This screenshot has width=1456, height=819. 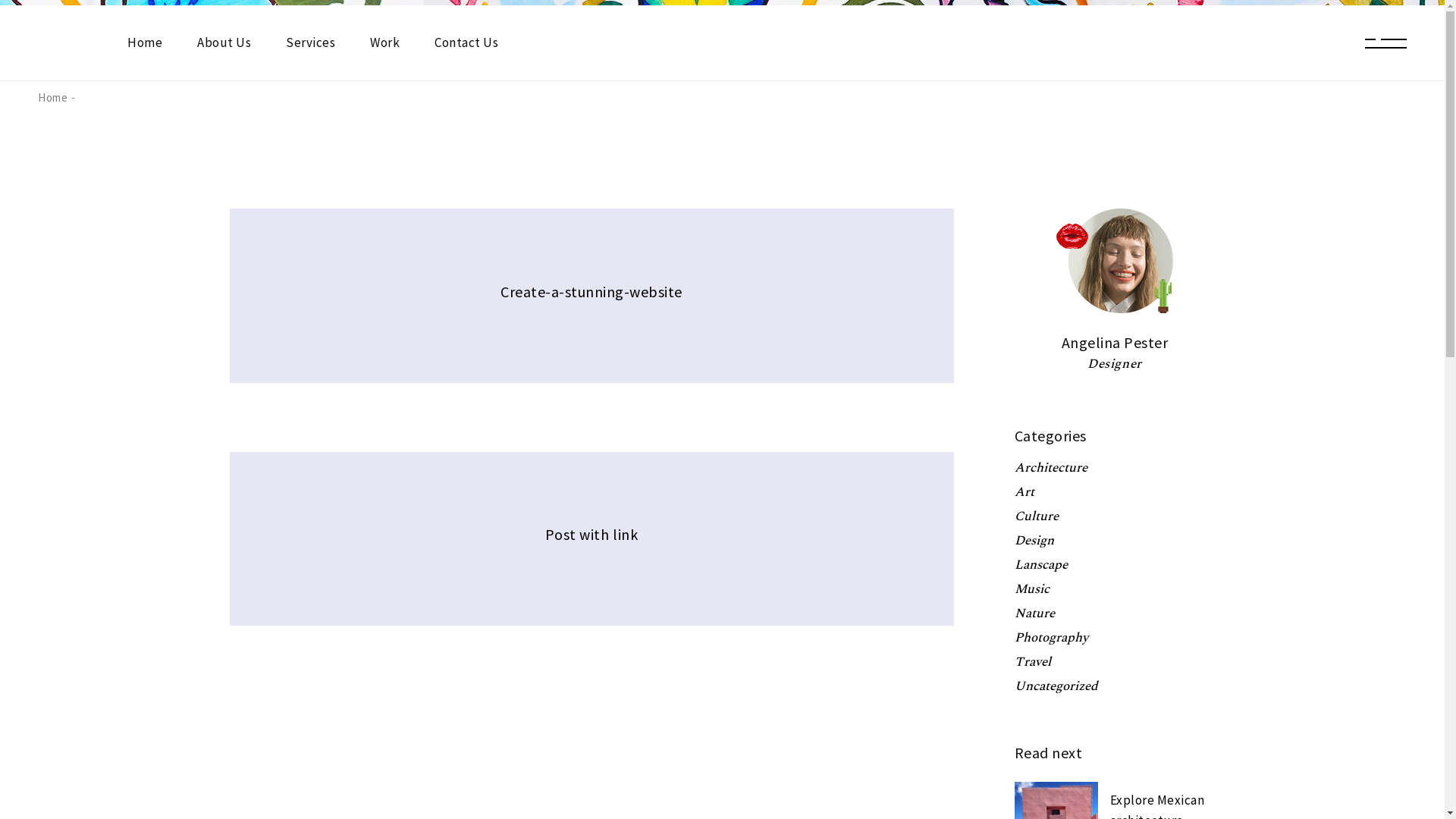 I want to click on 'Photography', so click(x=1050, y=637).